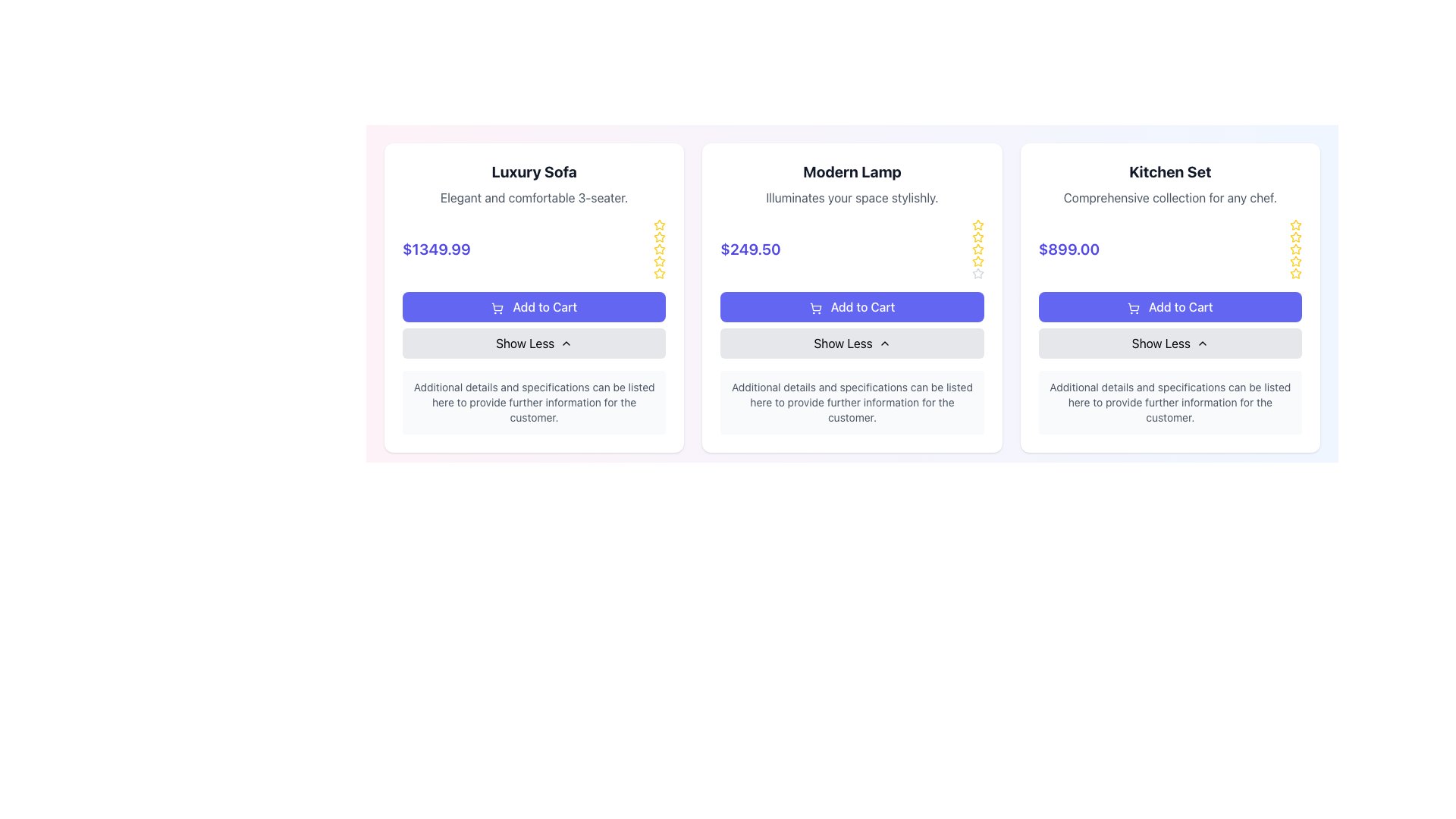 The image size is (1456, 819). I want to click on the 'Add to Cart' button with an indigo background and white text located below the price '$249.50' in the 'Modern Lamp' card, so click(852, 307).